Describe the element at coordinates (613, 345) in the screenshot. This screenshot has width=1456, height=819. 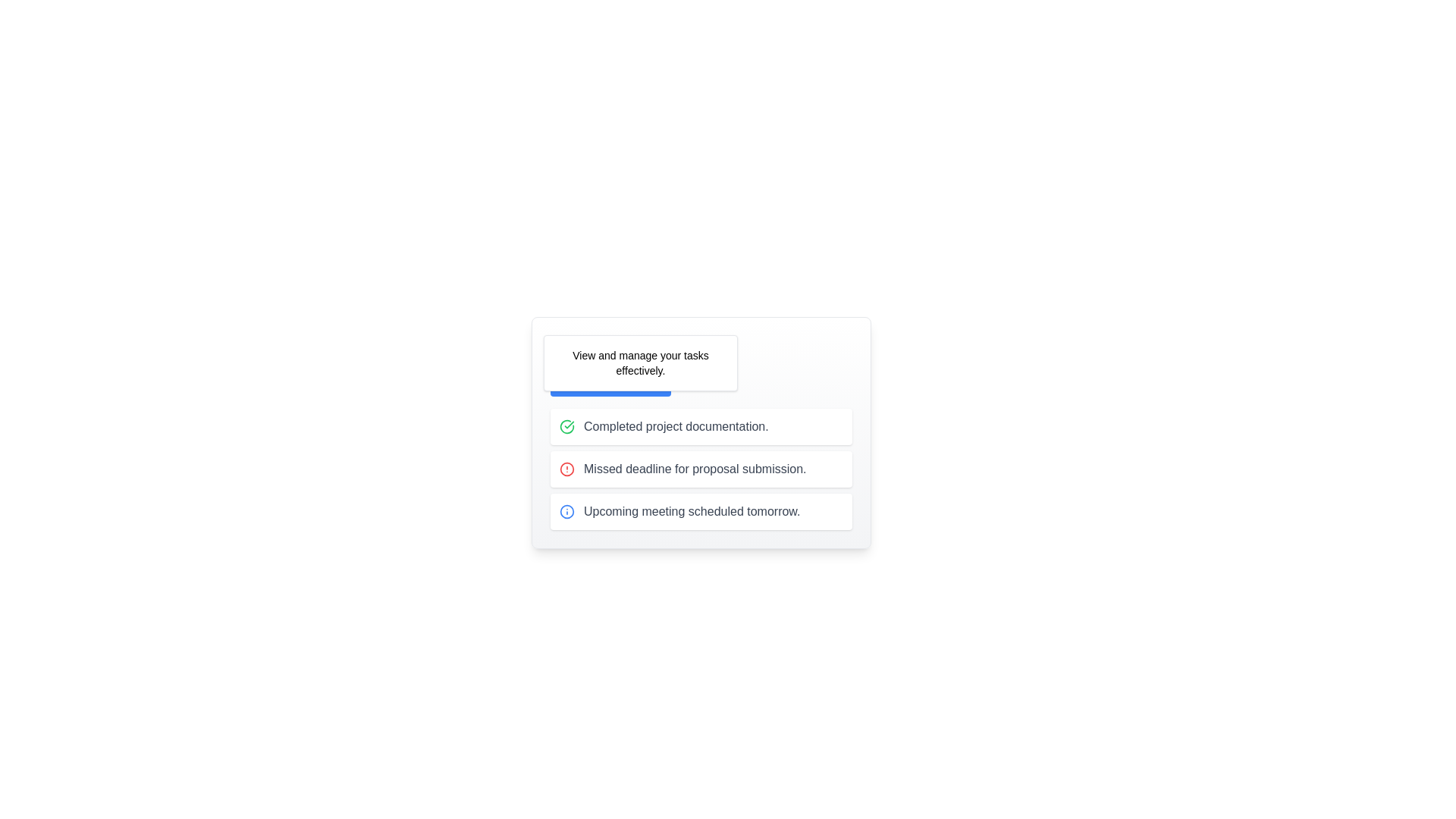
I see `text from the Text Label that serves as a heading for the task management feature, positioned to the right of a calendar icon` at that location.